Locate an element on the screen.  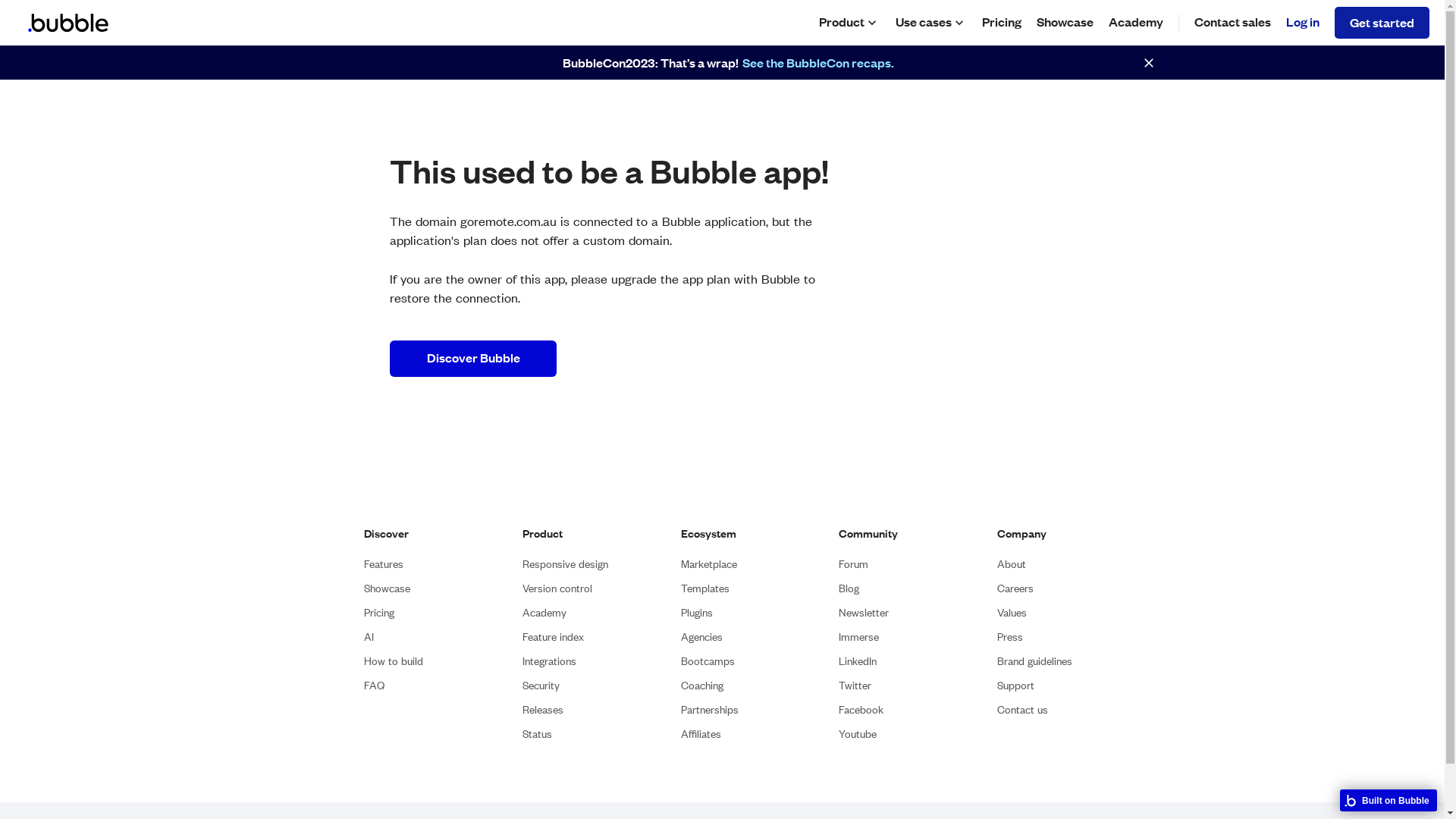
'Features' is located at coordinates (383, 563).